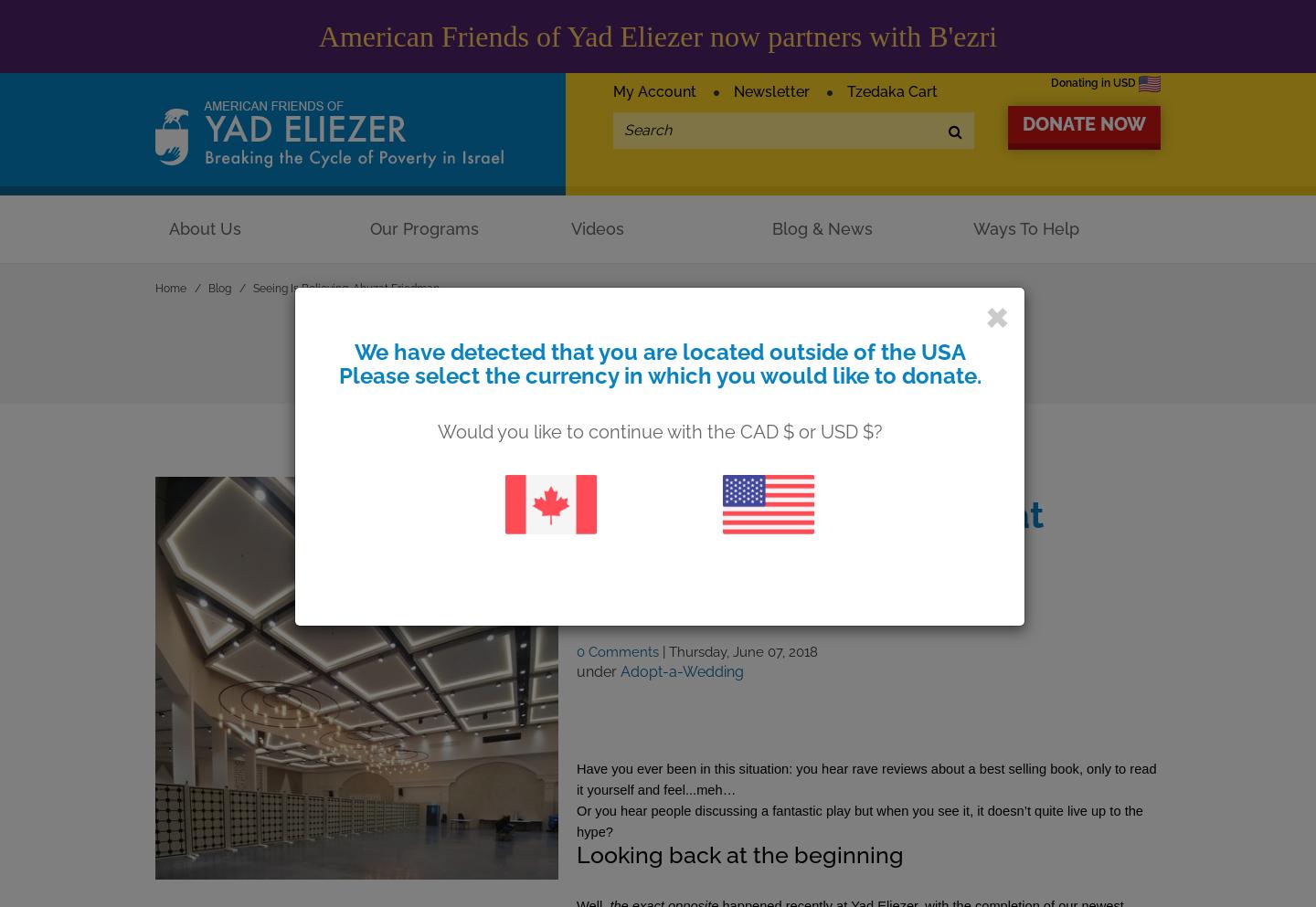 This screenshot has width=1316, height=907. What do you see at coordinates (694, 599) in the screenshot?
I see `'by Karen Reiffman'` at bounding box center [694, 599].